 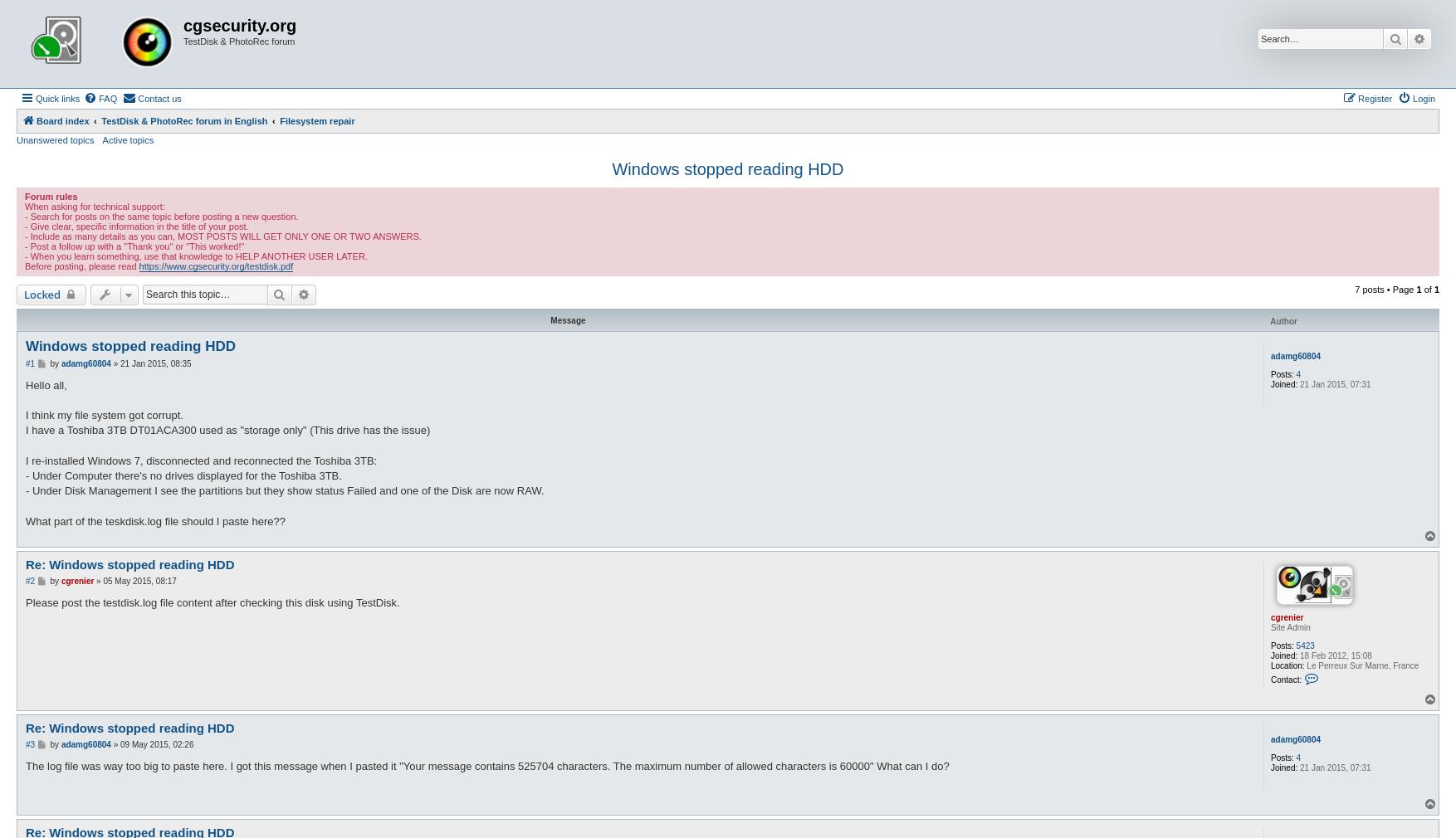 What do you see at coordinates (62, 120) in the screenshot?
I see `'Board index'` at bounding box center [62, 120].